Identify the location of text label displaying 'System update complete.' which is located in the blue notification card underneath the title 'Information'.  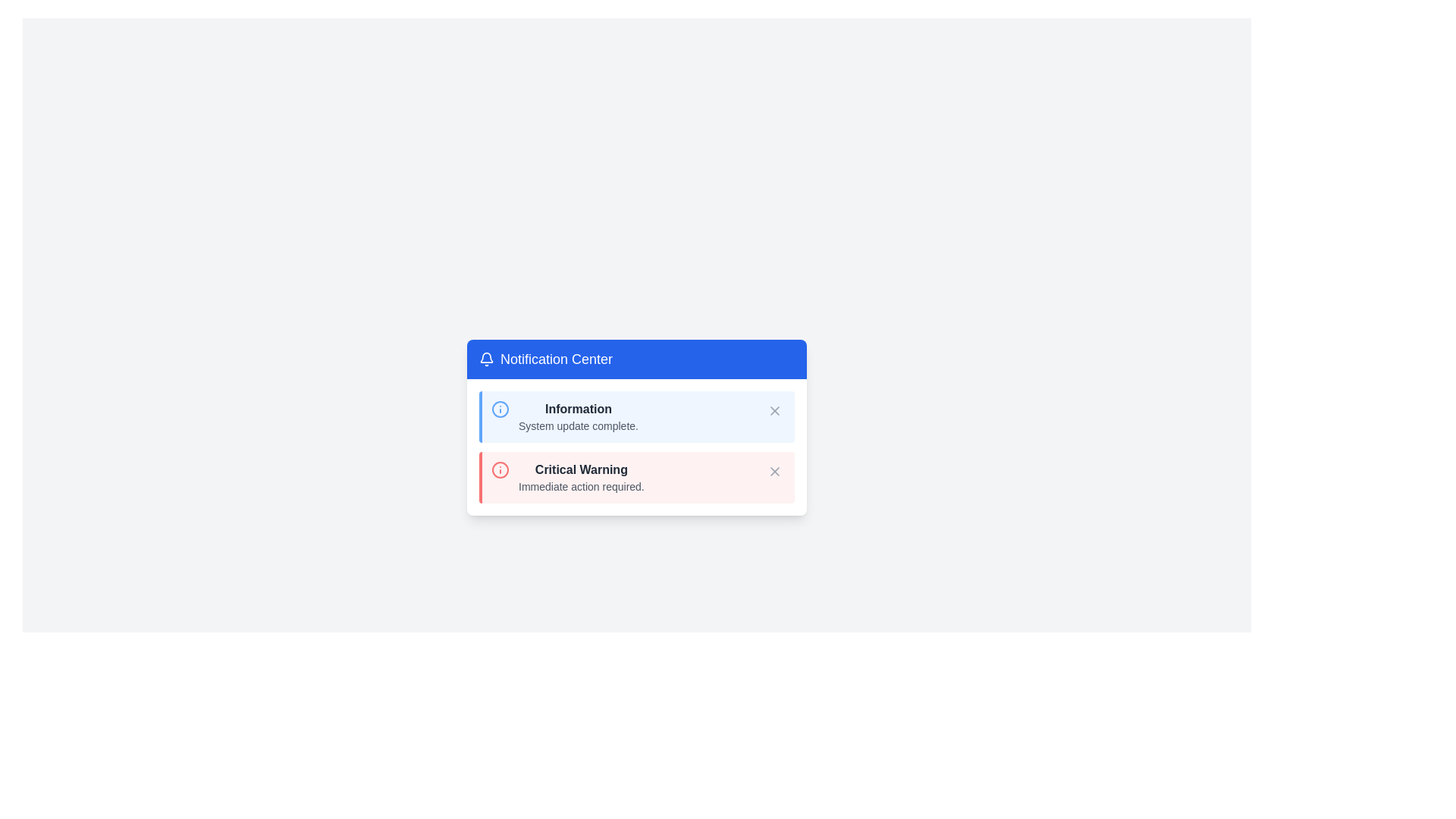
(578, 426).